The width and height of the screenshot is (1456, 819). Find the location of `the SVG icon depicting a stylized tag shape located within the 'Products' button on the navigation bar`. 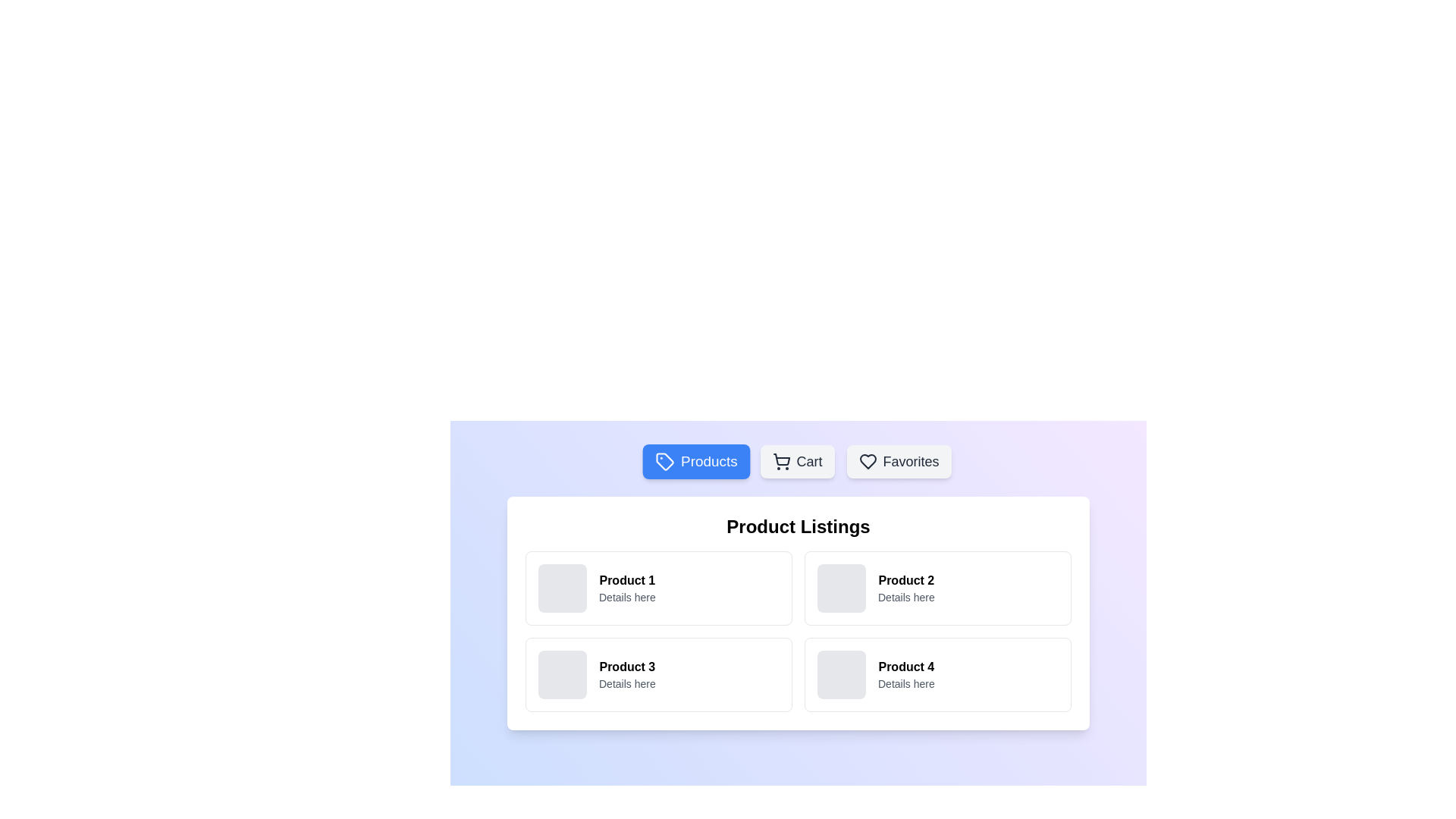

the SVG icon depicting a stylized tag shape located within the 'Products' button on the navigation bar is located at coordinates (665, 461).